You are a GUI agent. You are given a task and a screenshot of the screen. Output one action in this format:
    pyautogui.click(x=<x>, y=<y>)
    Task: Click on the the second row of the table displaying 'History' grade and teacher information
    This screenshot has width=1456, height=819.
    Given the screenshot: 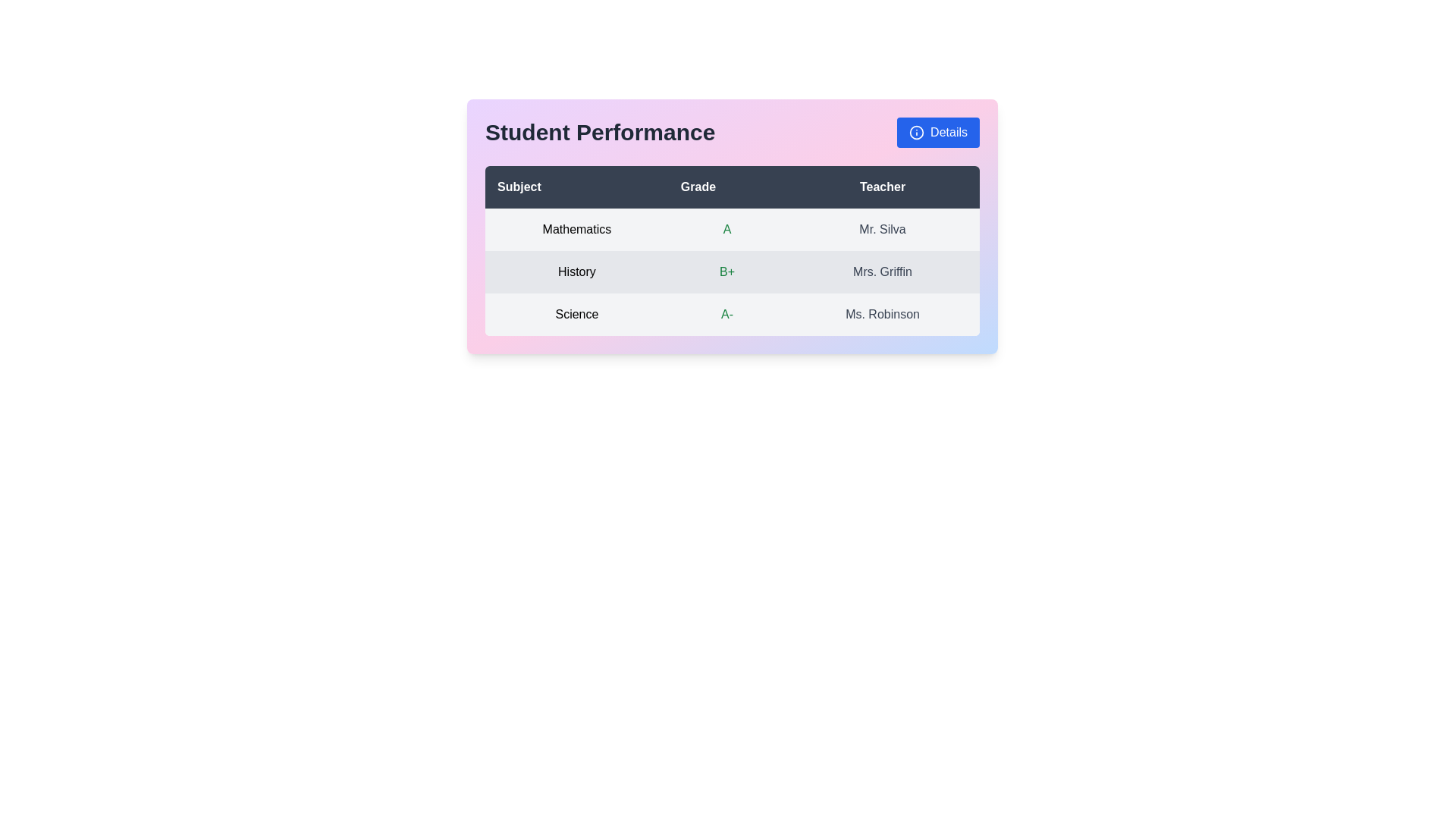 What is the action you would take?
    pyautogui.click(x=732, y=271)
    